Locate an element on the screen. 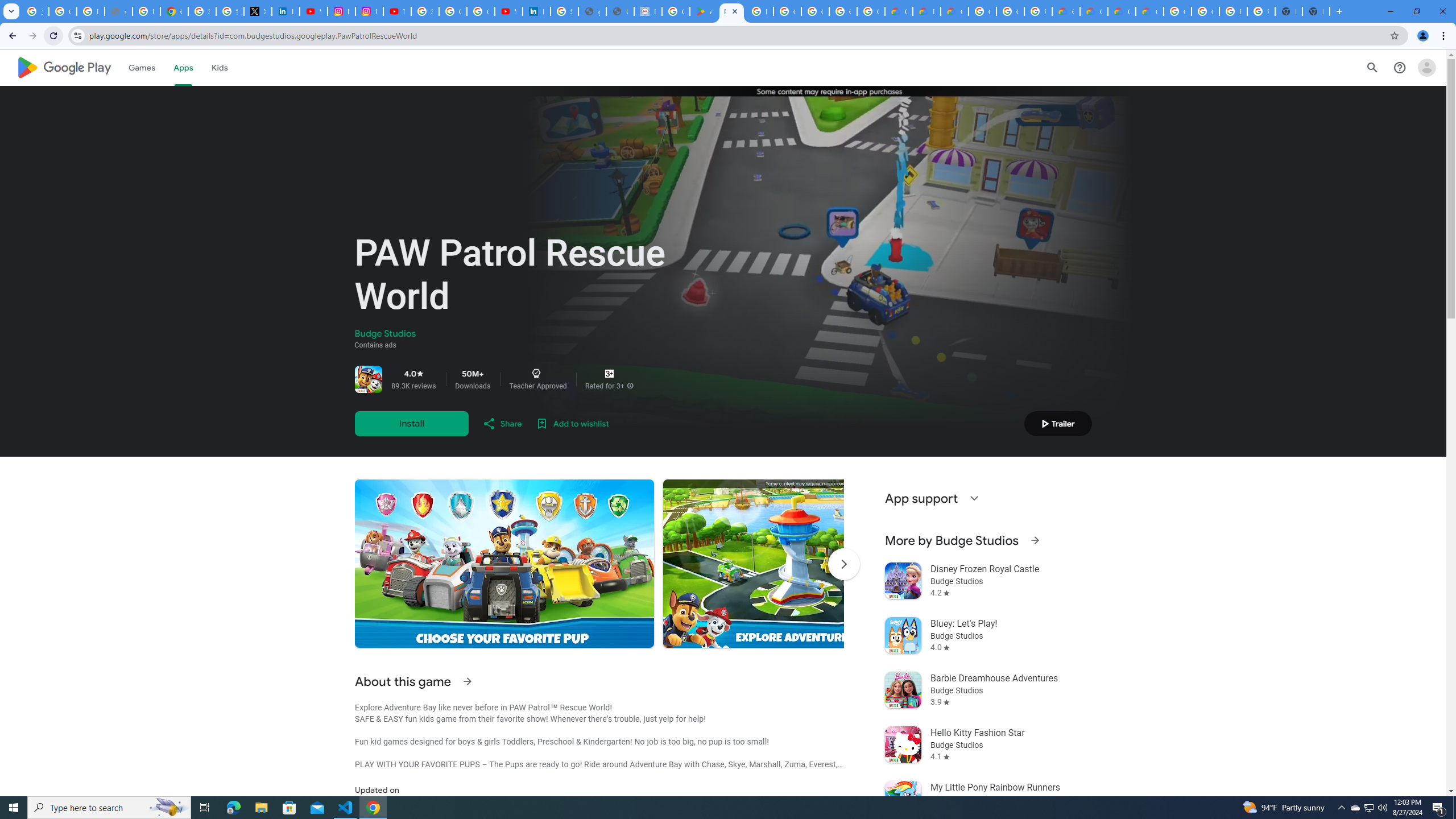 The width and height of the screenshot is (1456, 819). 'Add to wishlist' is located at coordinates (572, 423).